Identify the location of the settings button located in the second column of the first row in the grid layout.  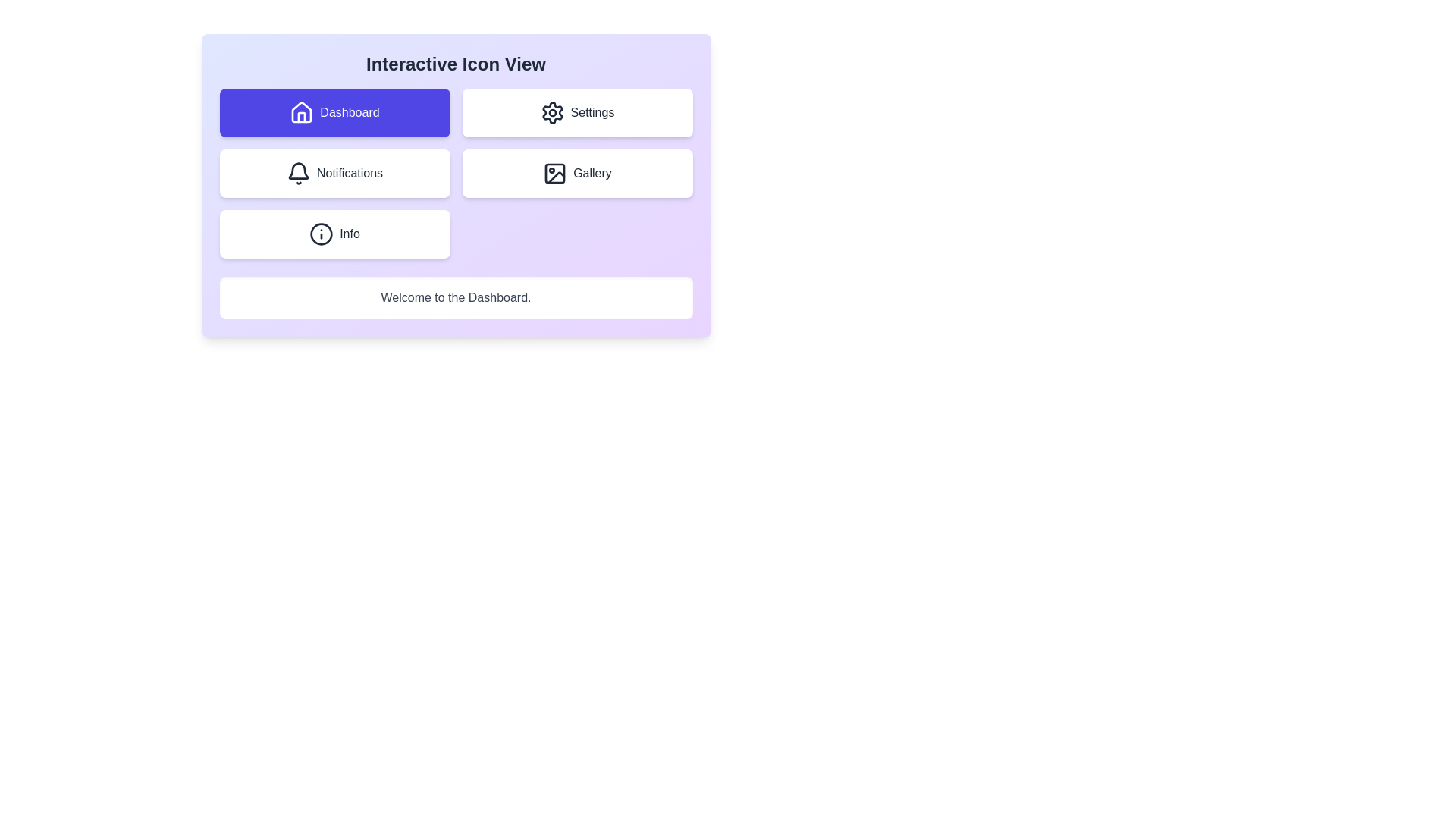
(576, 112).